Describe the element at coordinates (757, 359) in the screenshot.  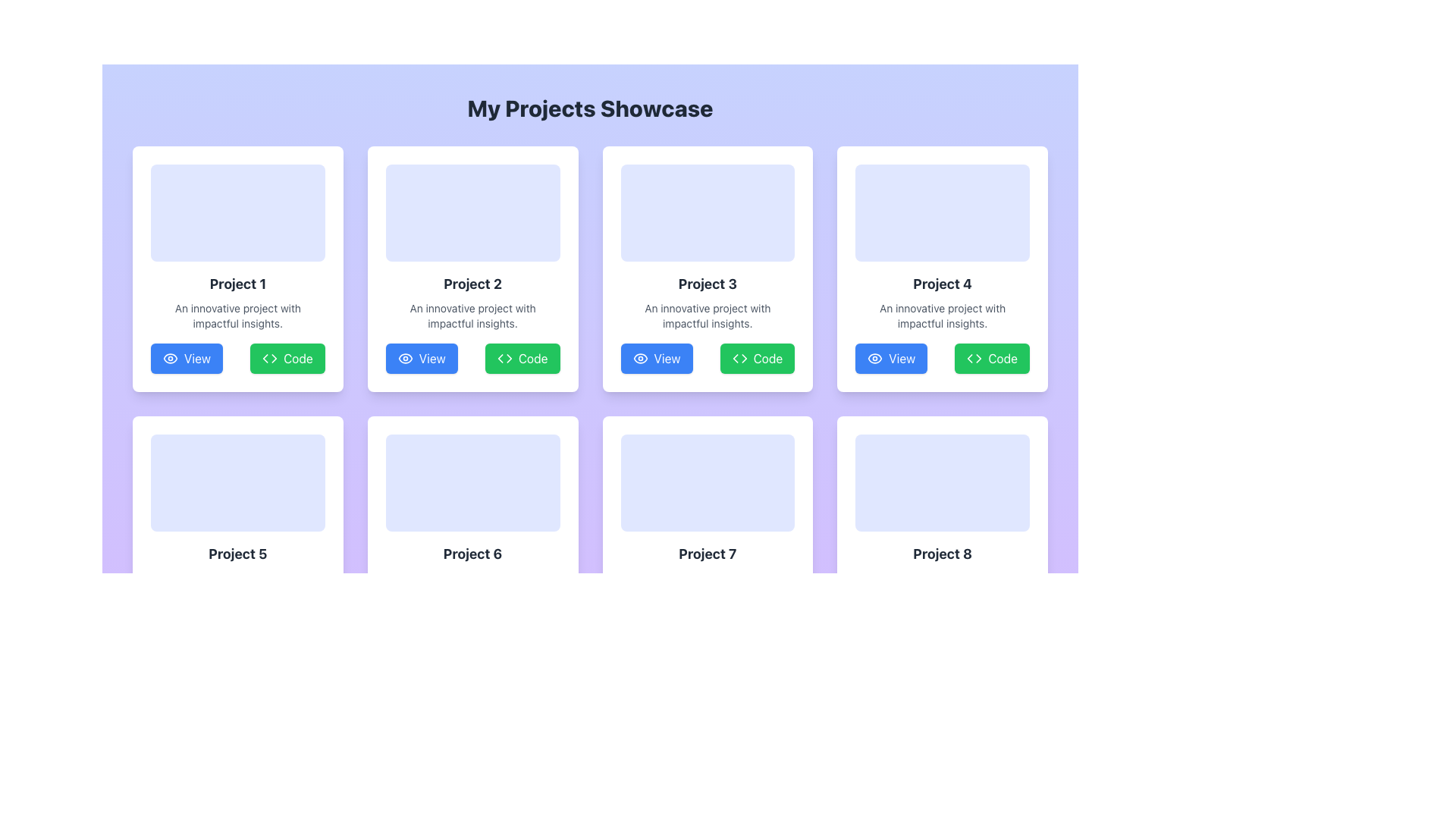
I see `the green button labeled 'Code' with code brackets icon, located at the bottom right of the 'Project 3' tile` at that location.